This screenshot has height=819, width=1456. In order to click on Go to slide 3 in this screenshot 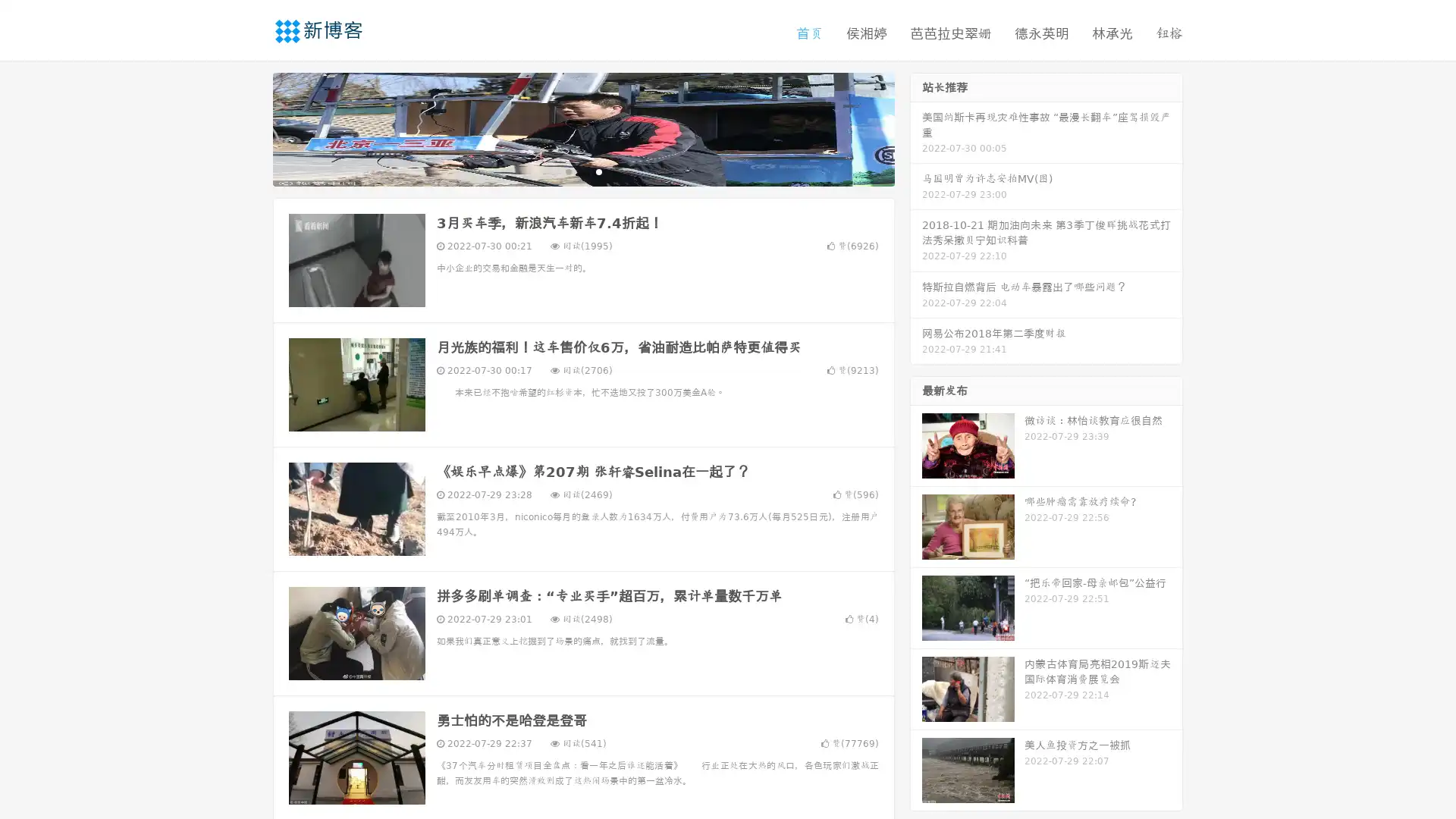, I will do `click(598, 171)`.